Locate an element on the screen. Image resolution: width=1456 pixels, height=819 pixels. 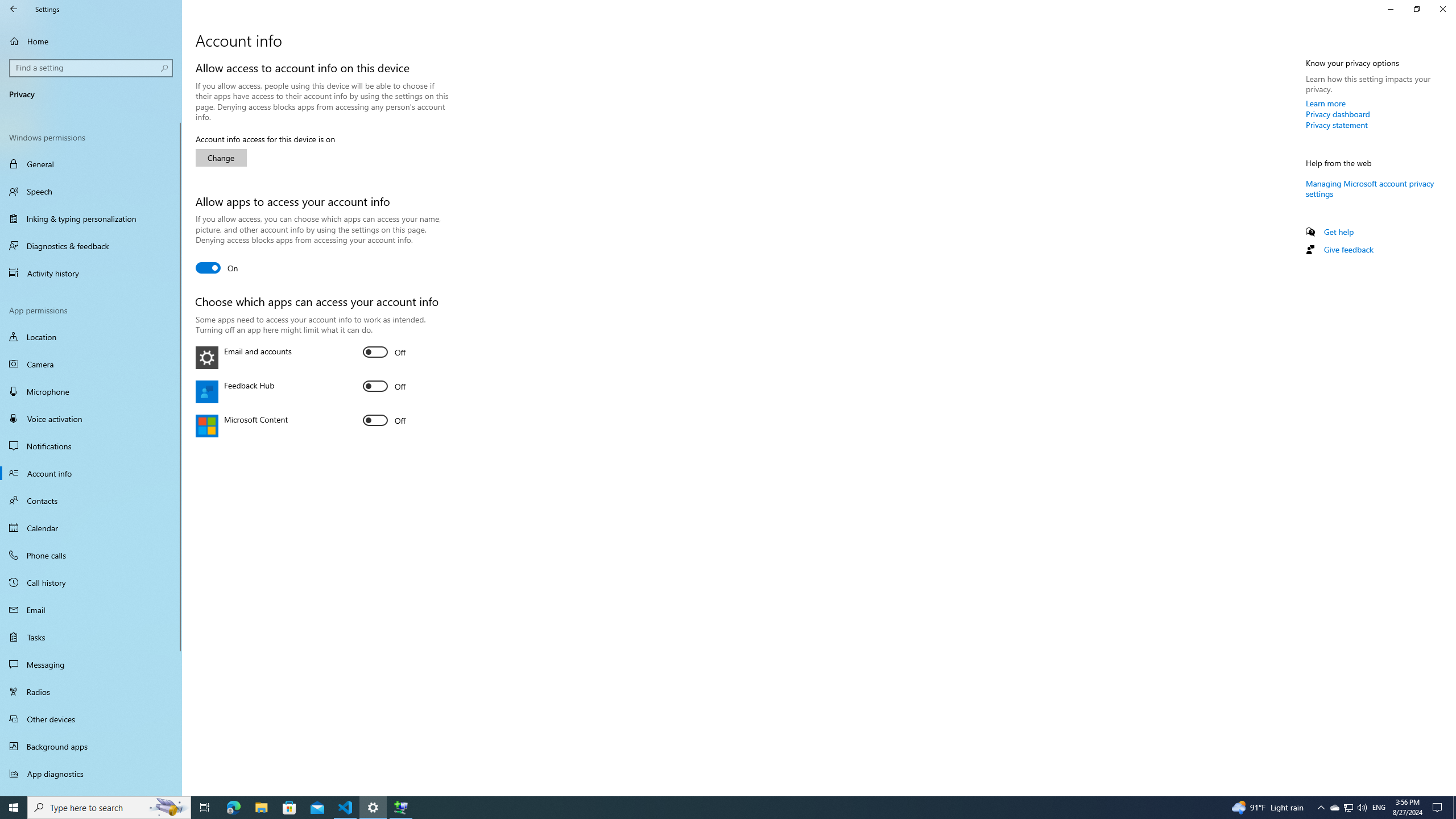
'Diagnostics & feedback' is located at coordinates (90, 246).